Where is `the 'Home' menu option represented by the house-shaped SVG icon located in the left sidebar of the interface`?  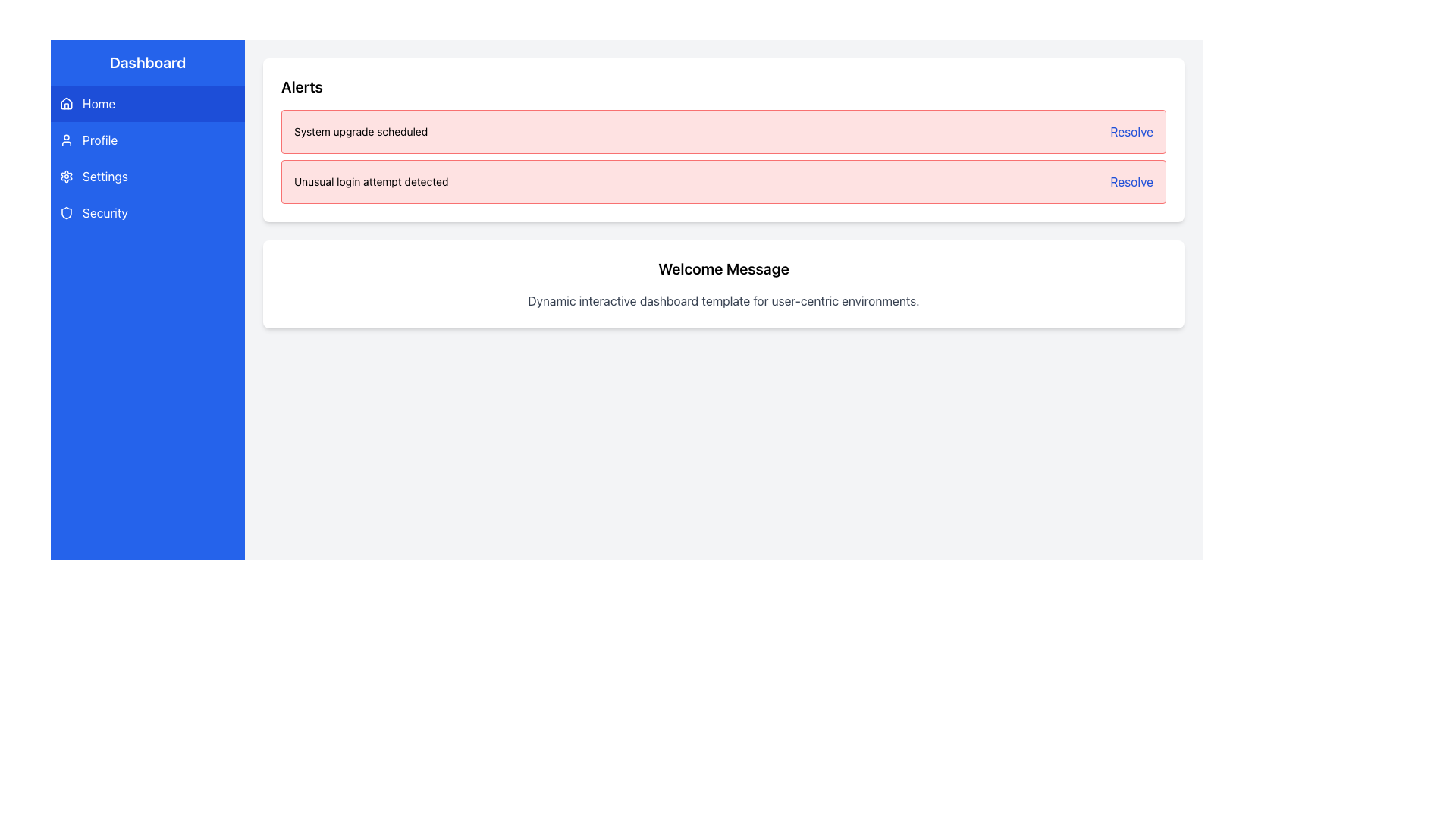 the 'Home' menu option represented by the house-shaped SVG icon located in the left sidebar of the interface is located at coordinates (65, 102).